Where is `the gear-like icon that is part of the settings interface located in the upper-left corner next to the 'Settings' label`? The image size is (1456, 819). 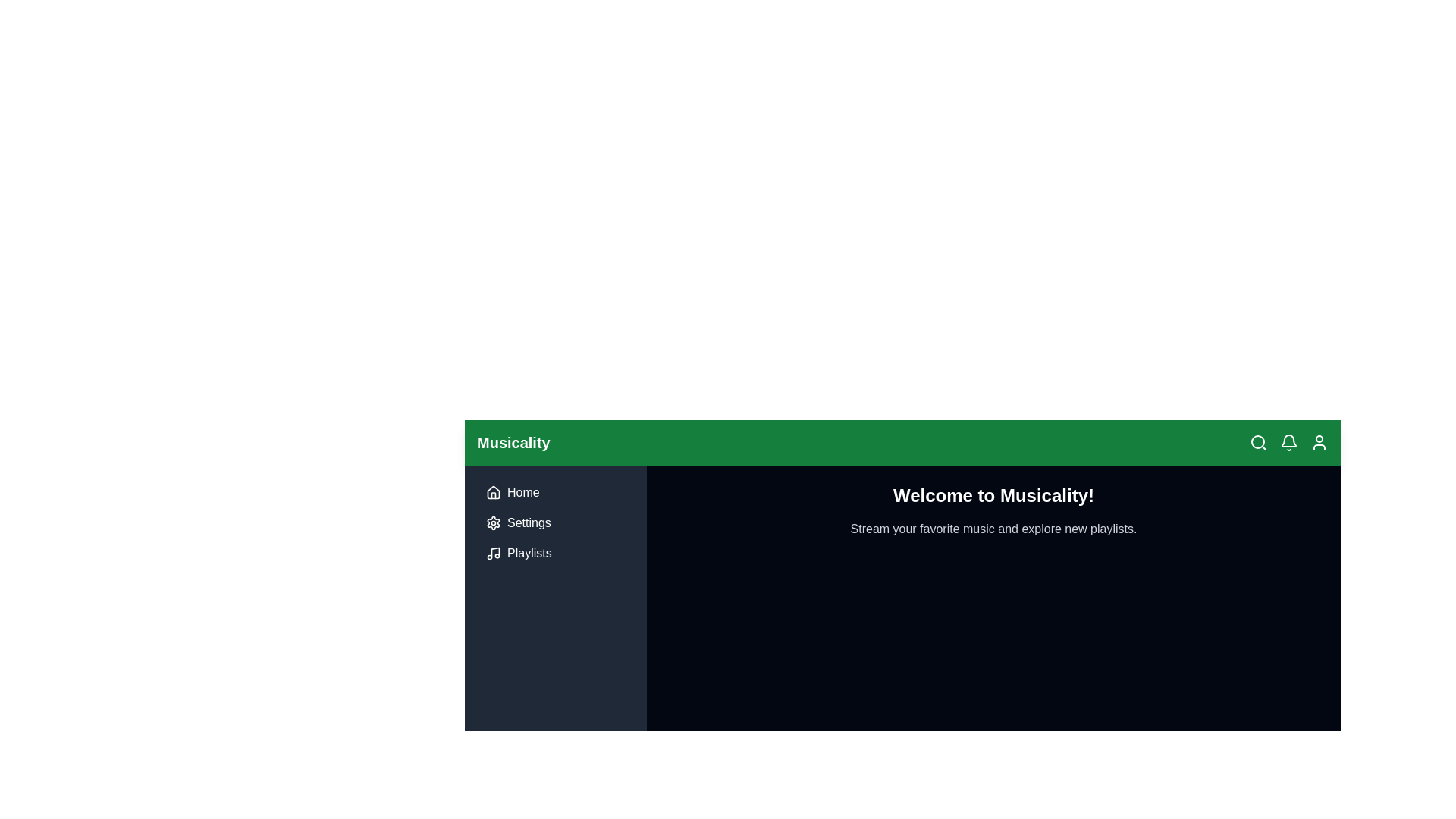
the gear-like icon that is part of the settings interface located in the upper-left corner next to the 'Settings' label is located at coordinates (494, 522).